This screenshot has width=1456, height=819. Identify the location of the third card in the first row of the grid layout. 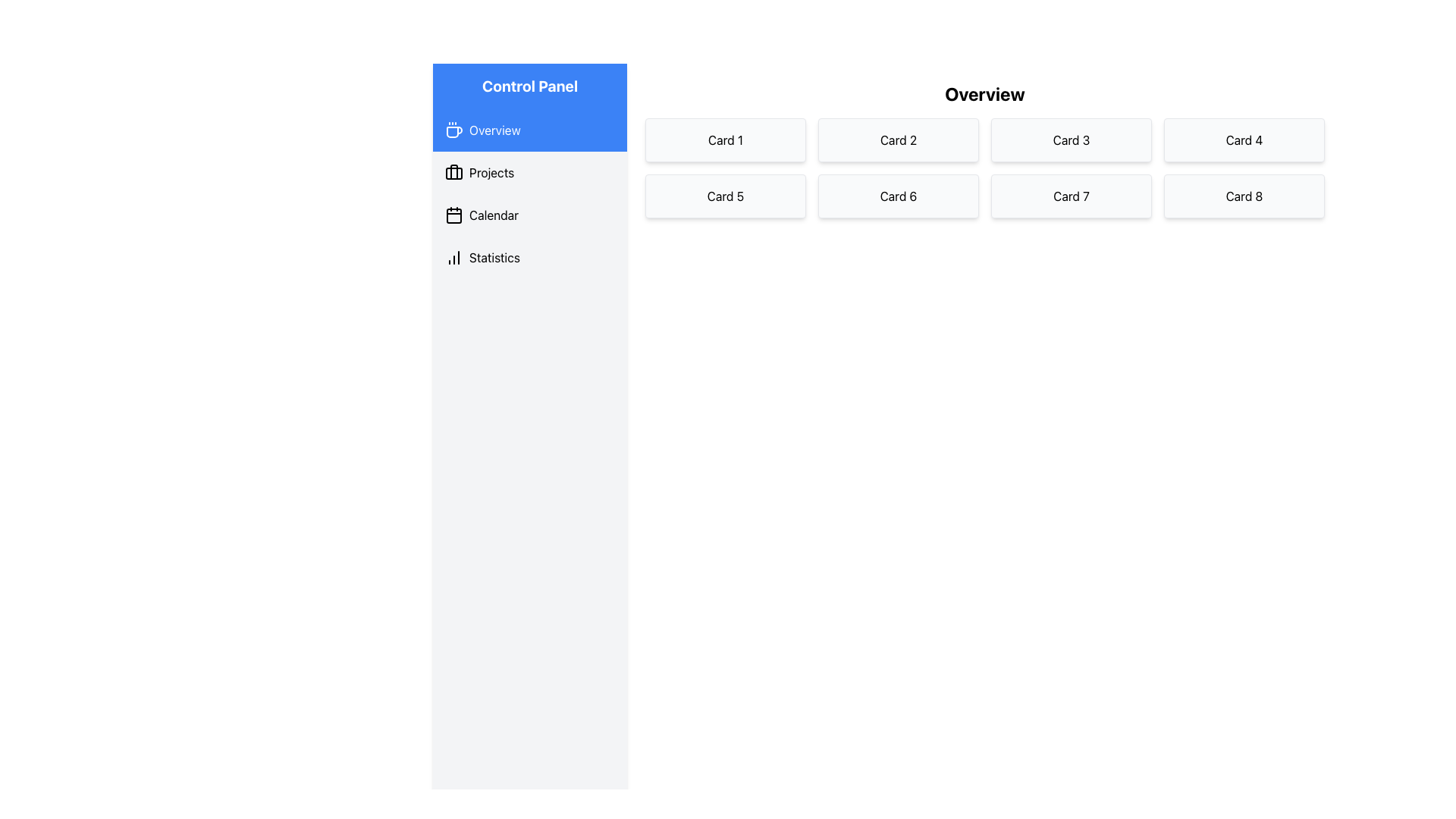
(1070, 140).